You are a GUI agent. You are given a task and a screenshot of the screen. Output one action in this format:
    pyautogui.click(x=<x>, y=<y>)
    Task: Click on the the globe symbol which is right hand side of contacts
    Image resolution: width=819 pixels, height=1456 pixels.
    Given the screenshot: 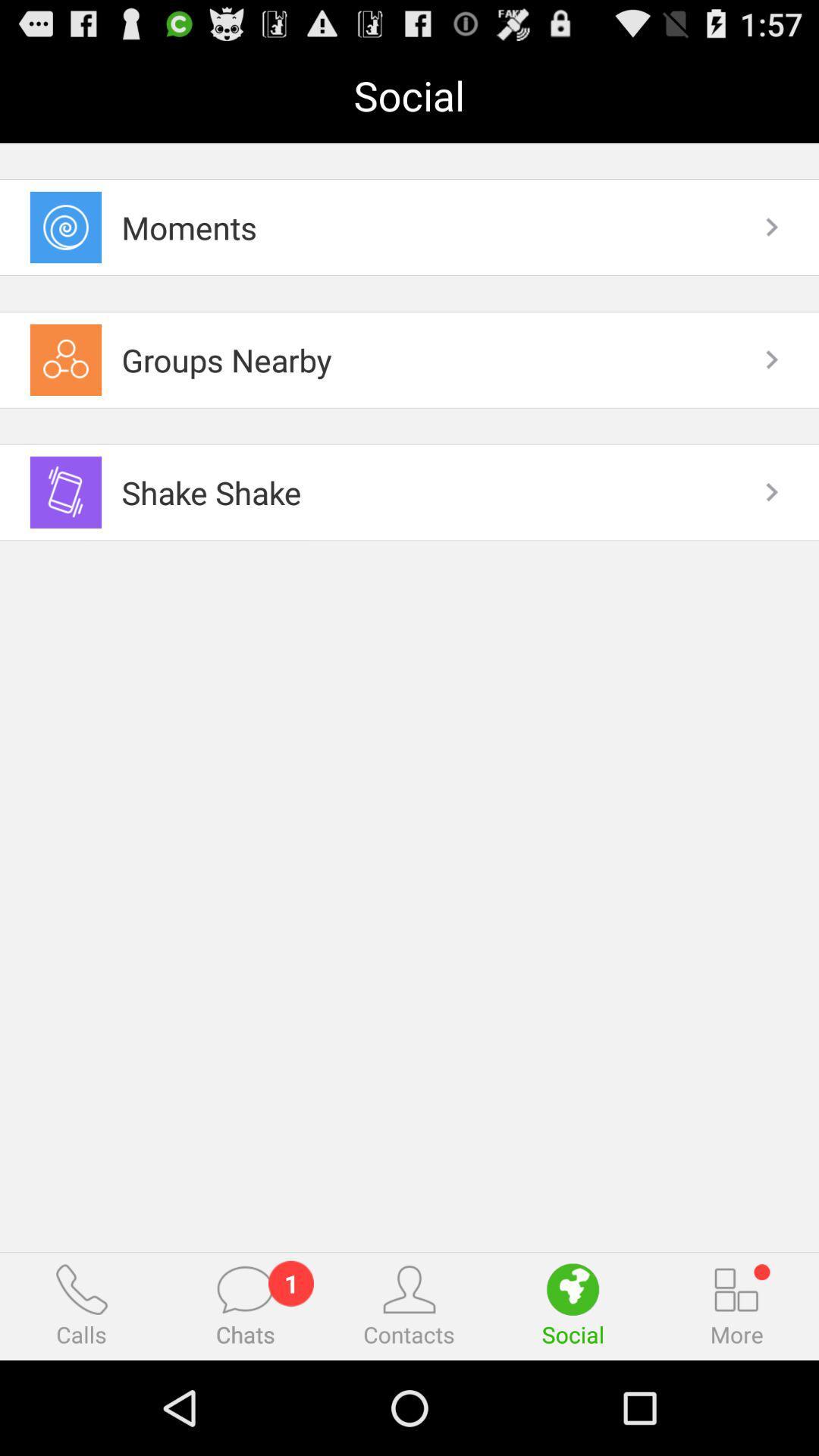 What is the action you would take?
    pyautogui.click(x=573, y=1288)
    